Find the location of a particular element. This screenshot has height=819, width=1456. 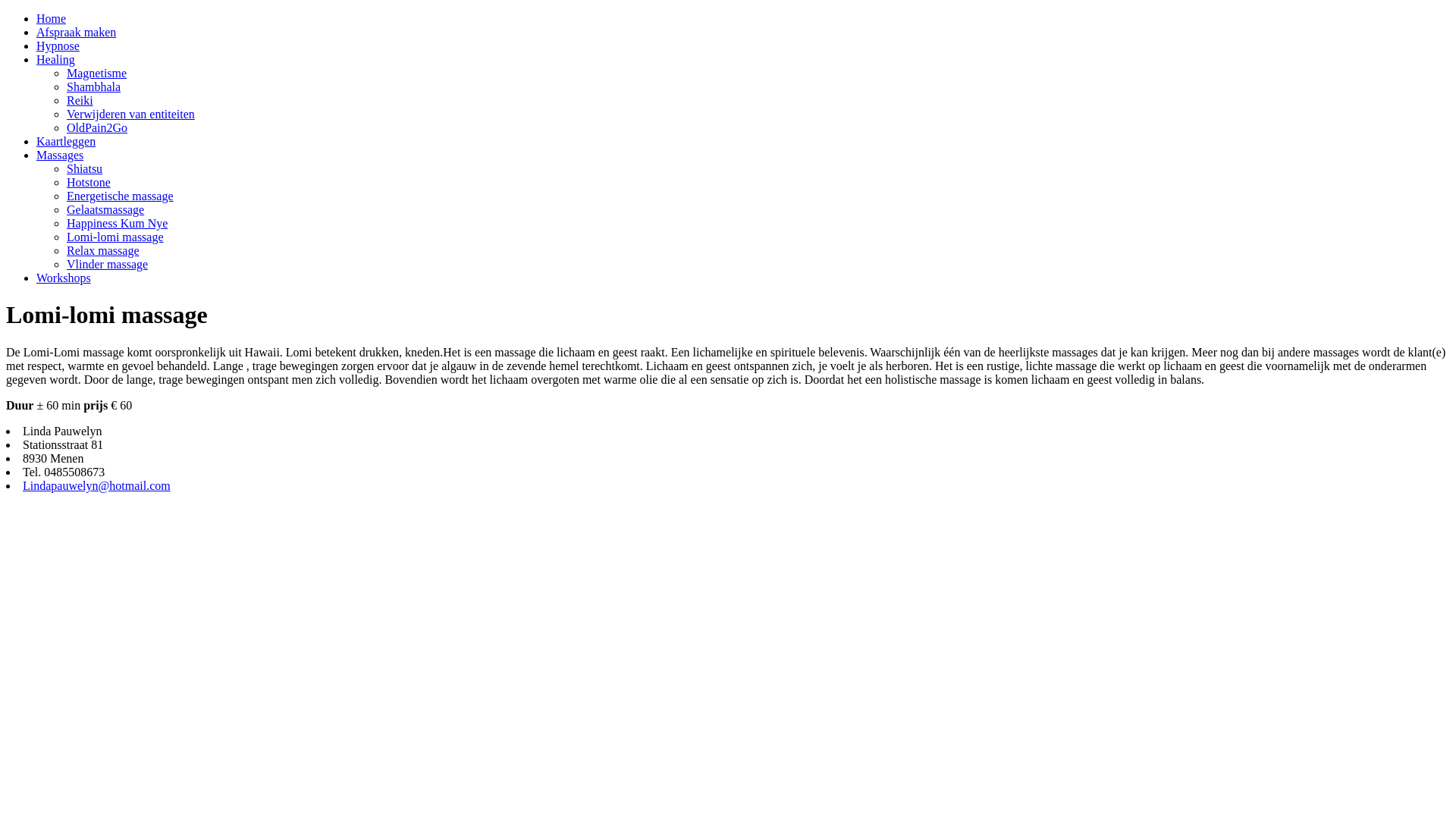

'Massages' is located at coordinates (36, 155).